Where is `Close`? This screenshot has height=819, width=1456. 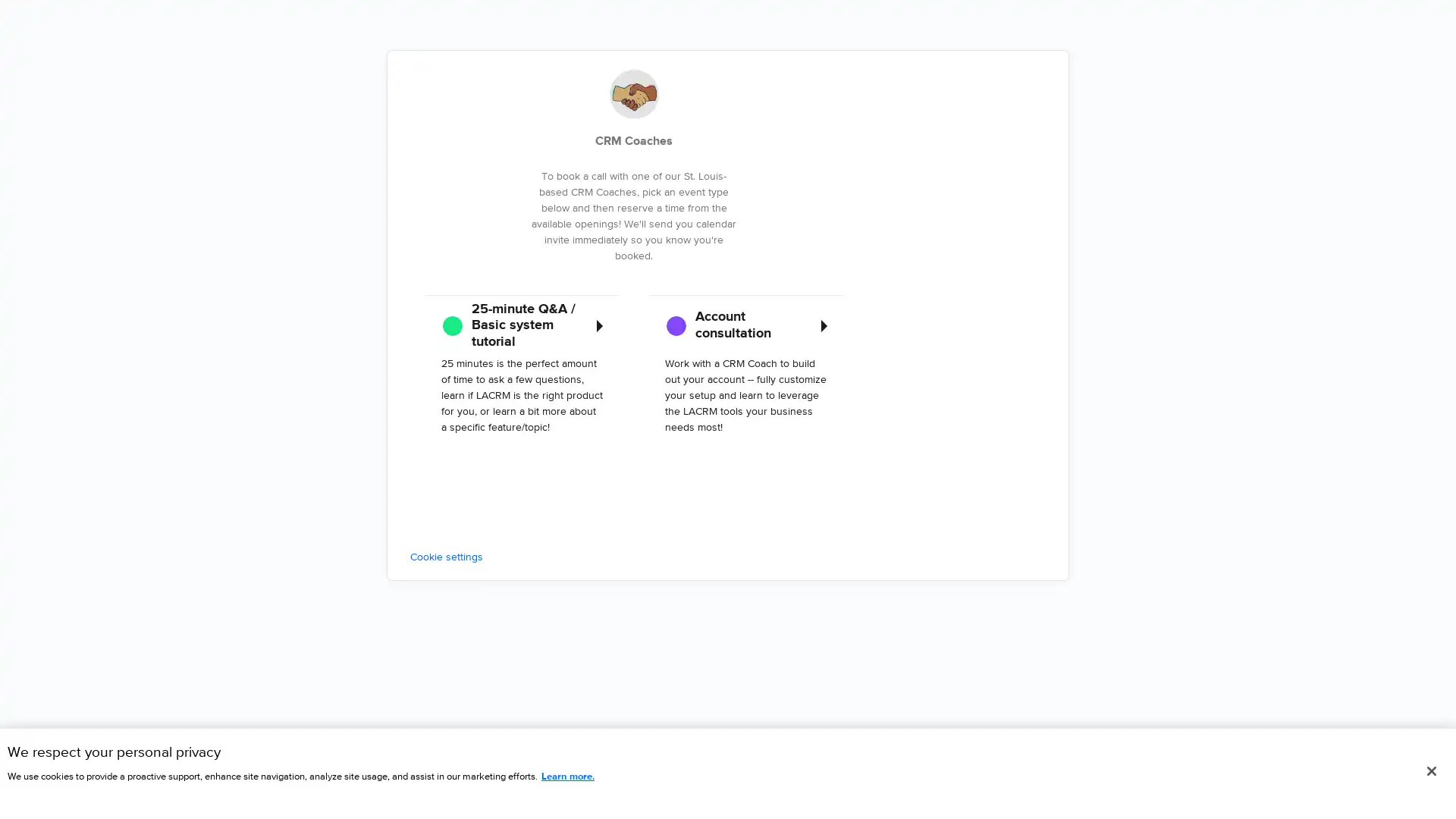 Close is located at coordinates (1430, 771).